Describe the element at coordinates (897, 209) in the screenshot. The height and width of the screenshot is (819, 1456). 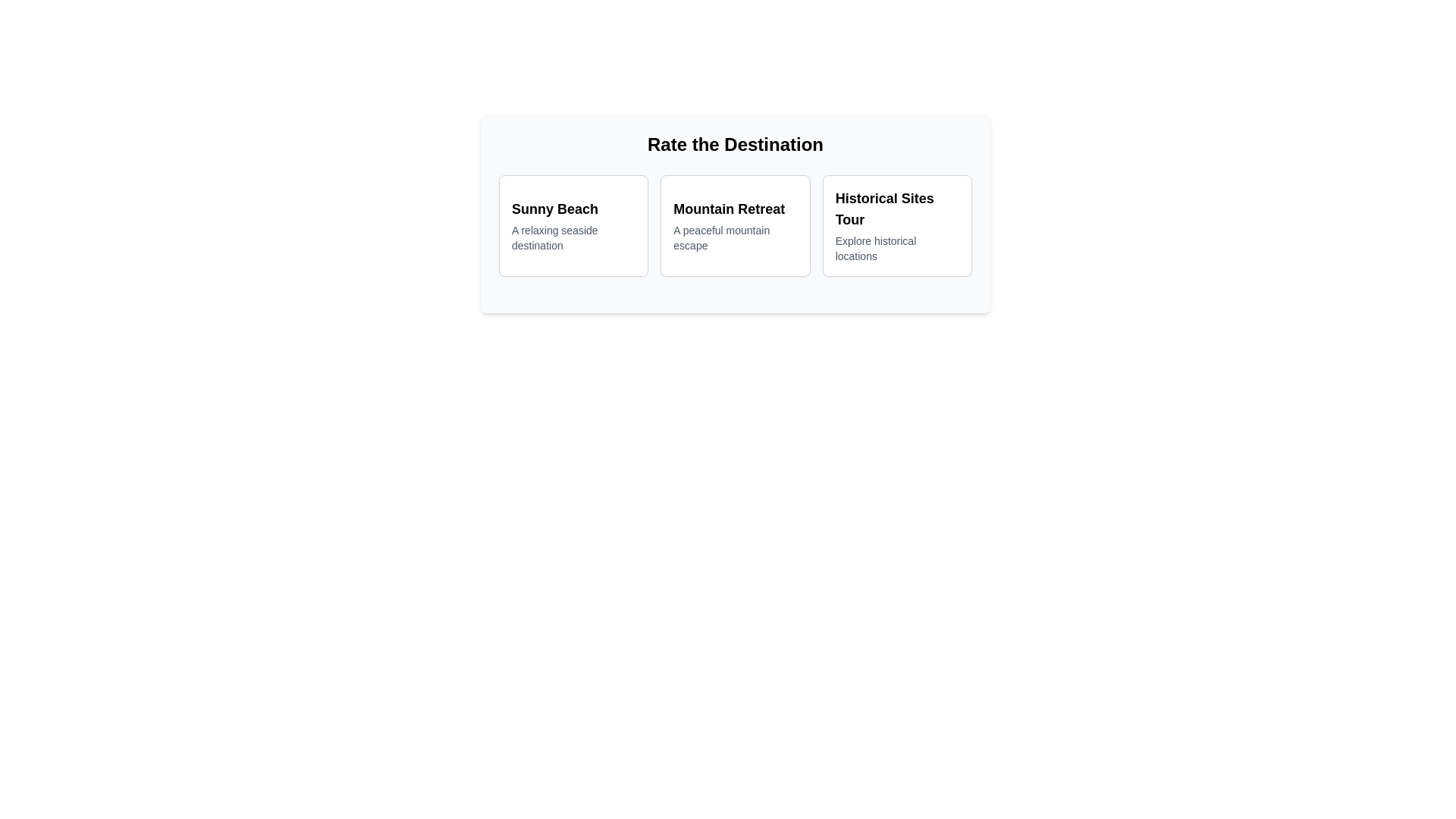
I see `textual header 'Historical Sites Tour' which is a bold and large font title located at the top of the third card under 'Rate the Destination'` at that location.